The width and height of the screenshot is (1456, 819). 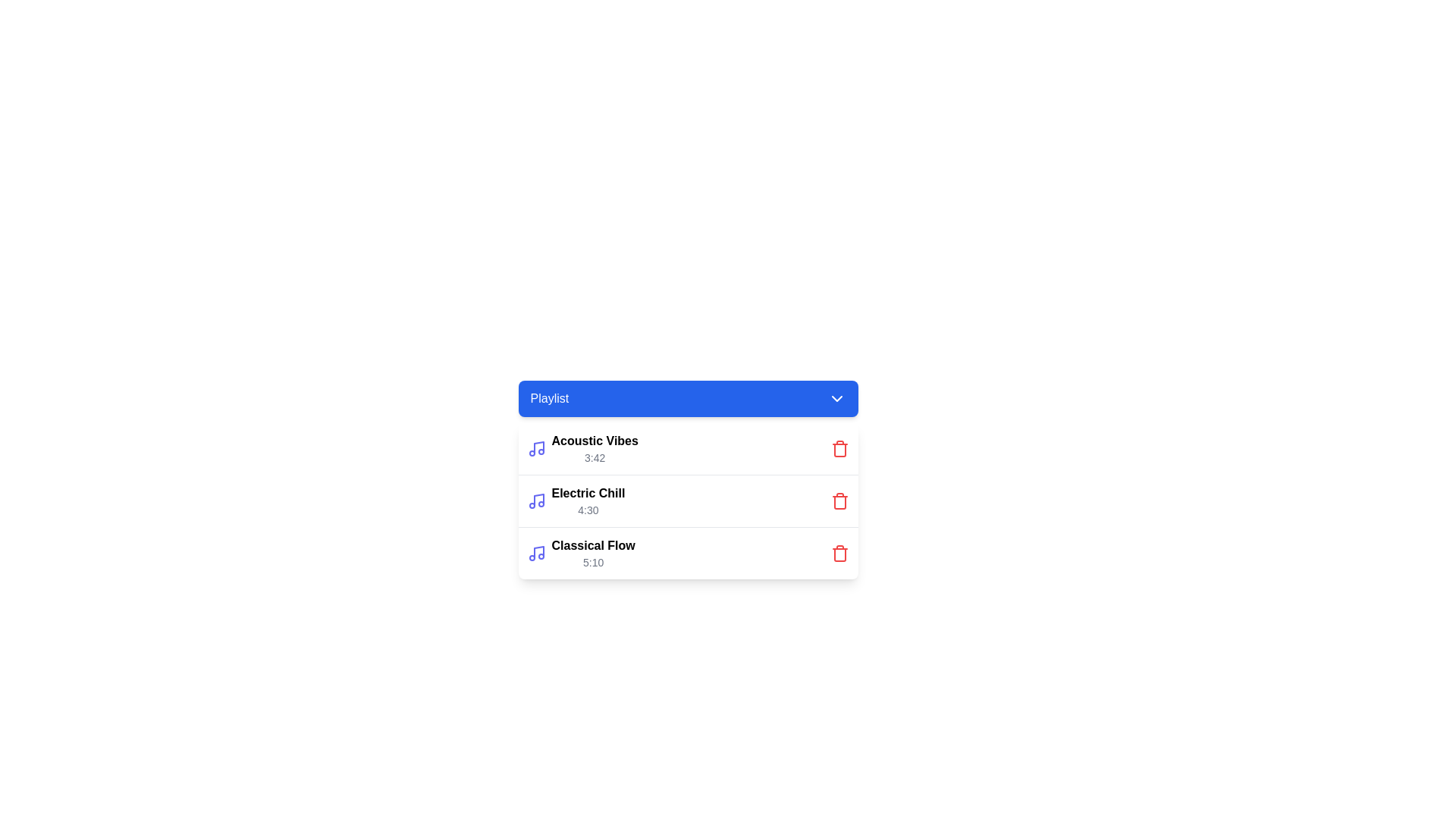 What do you see at coordinates (592, 562) in the screenshot?
I see `the text label displaying the duration of the song 'Classical Flow', located directly beneath the song title in the playlist view` at bounding box center [592, 562].